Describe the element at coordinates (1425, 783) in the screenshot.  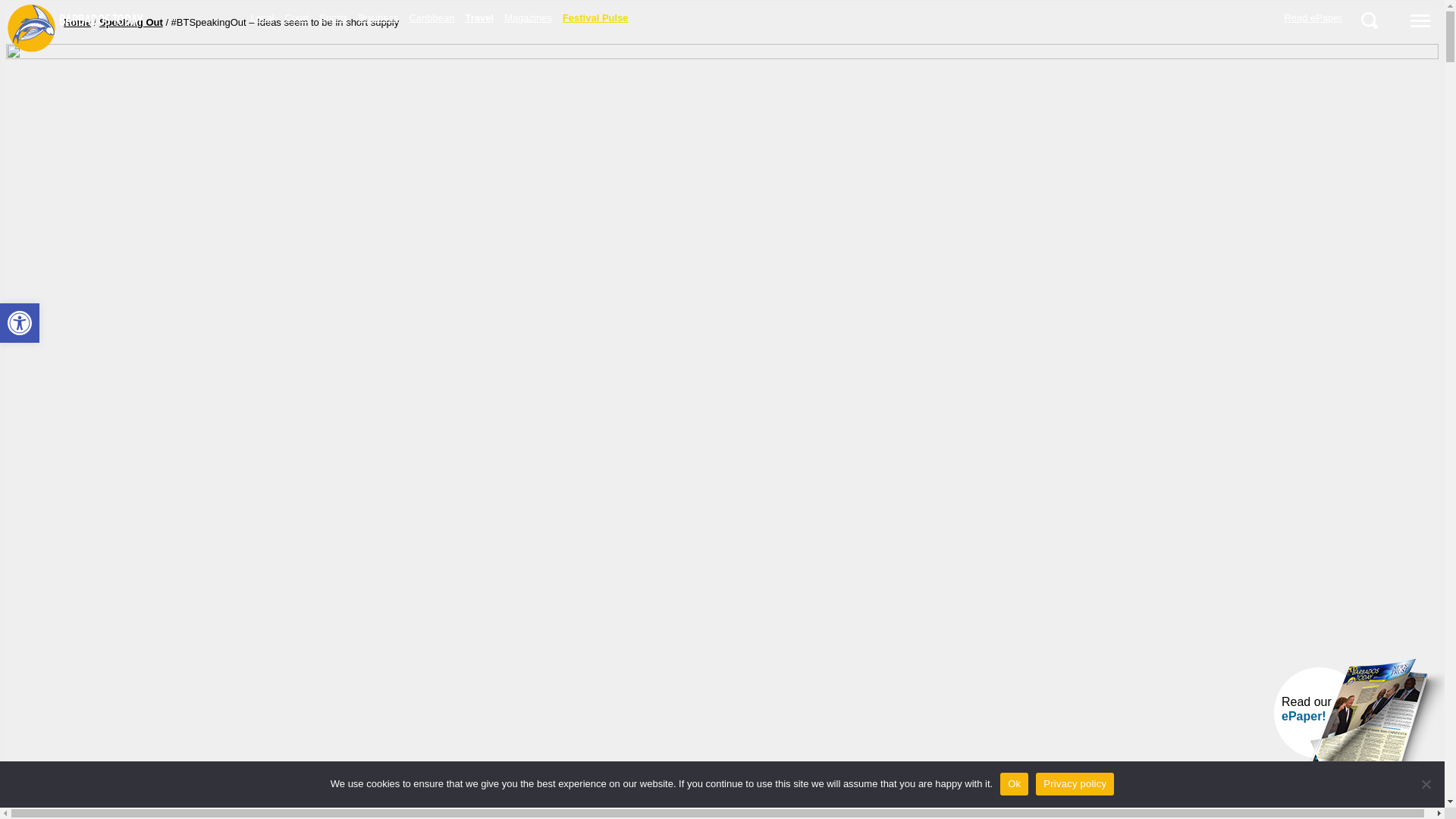
I see `'No'` at that location.